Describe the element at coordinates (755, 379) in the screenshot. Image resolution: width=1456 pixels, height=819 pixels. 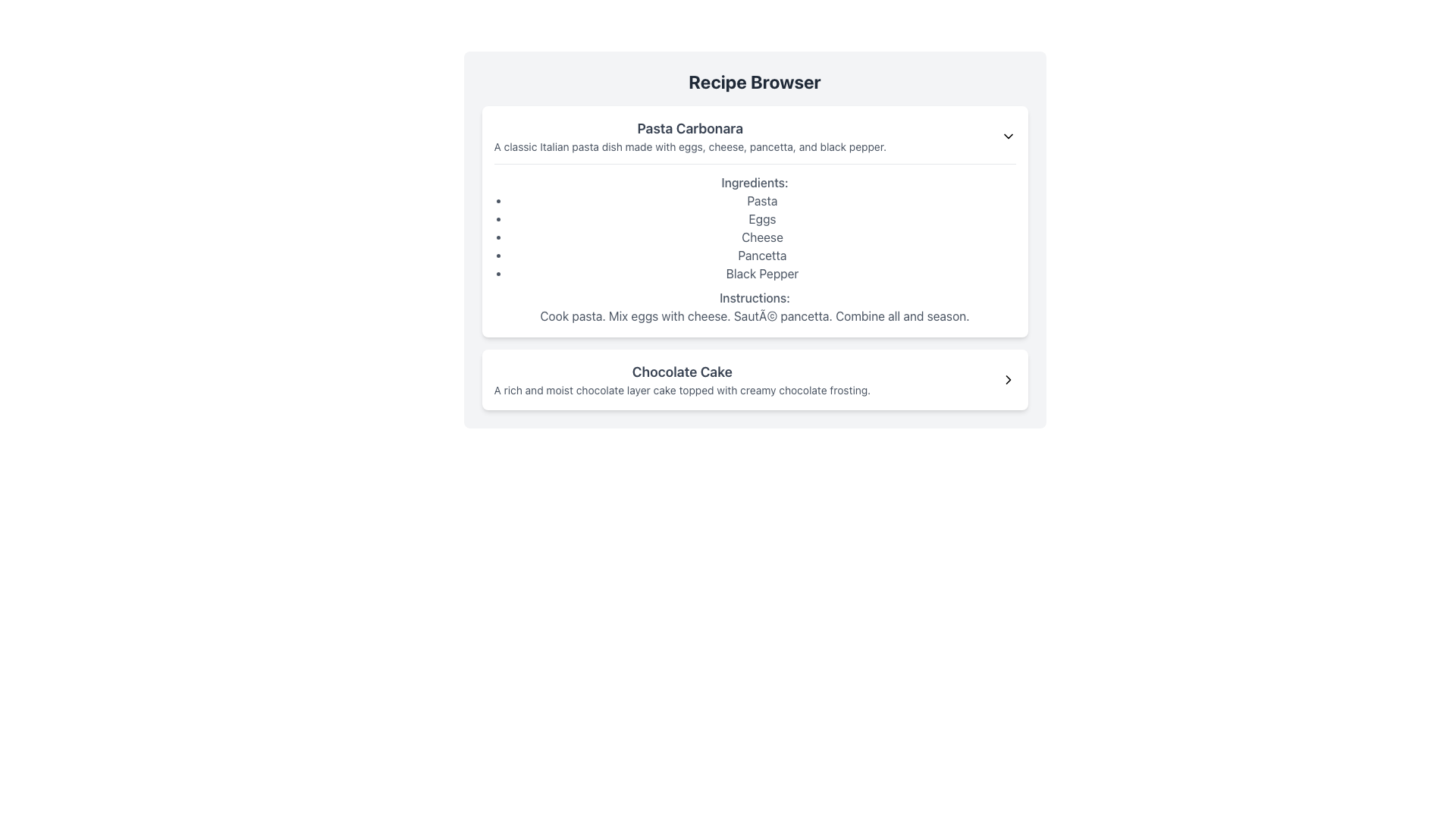
I see `the 'Chocolate Cake' list item` at that location.